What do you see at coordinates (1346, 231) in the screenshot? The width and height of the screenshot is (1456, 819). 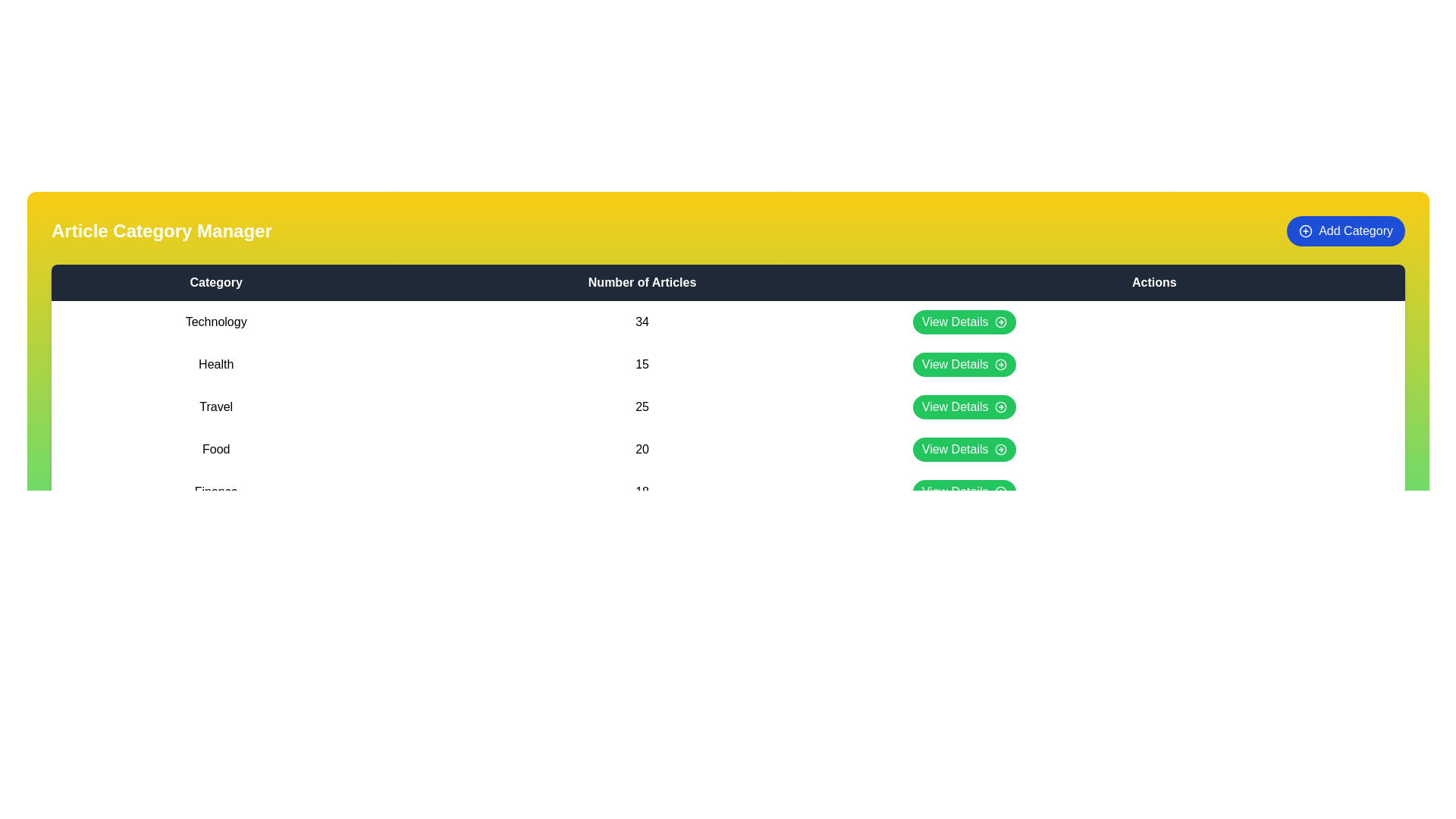 I see `'Add Category' button to initiate the process of adding a new category` at bounding box center [1346, 231].